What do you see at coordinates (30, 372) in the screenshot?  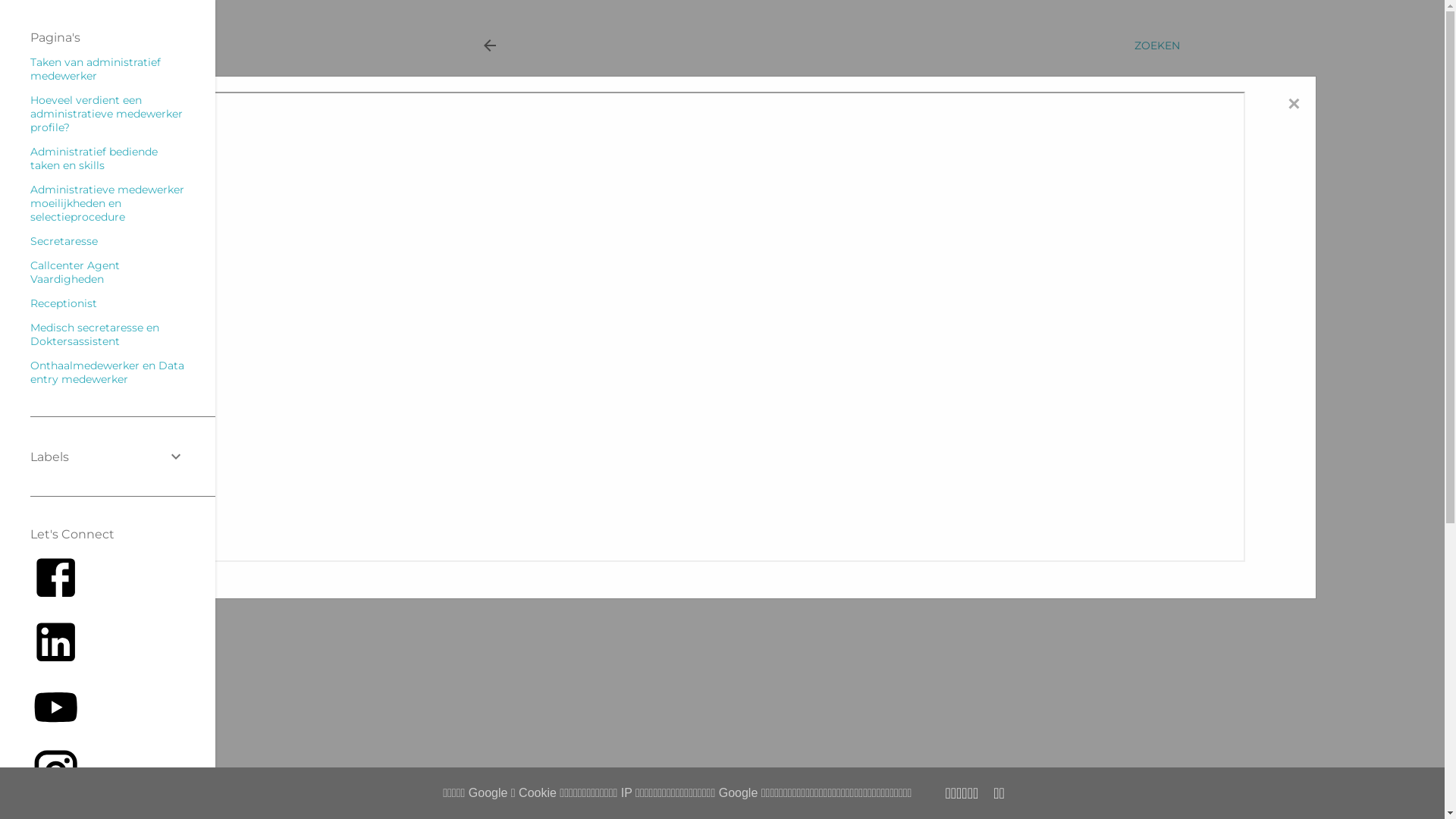 I see `'Onthaalmedewerker en Data entry medewerker'` at bounding box center [30, 372].